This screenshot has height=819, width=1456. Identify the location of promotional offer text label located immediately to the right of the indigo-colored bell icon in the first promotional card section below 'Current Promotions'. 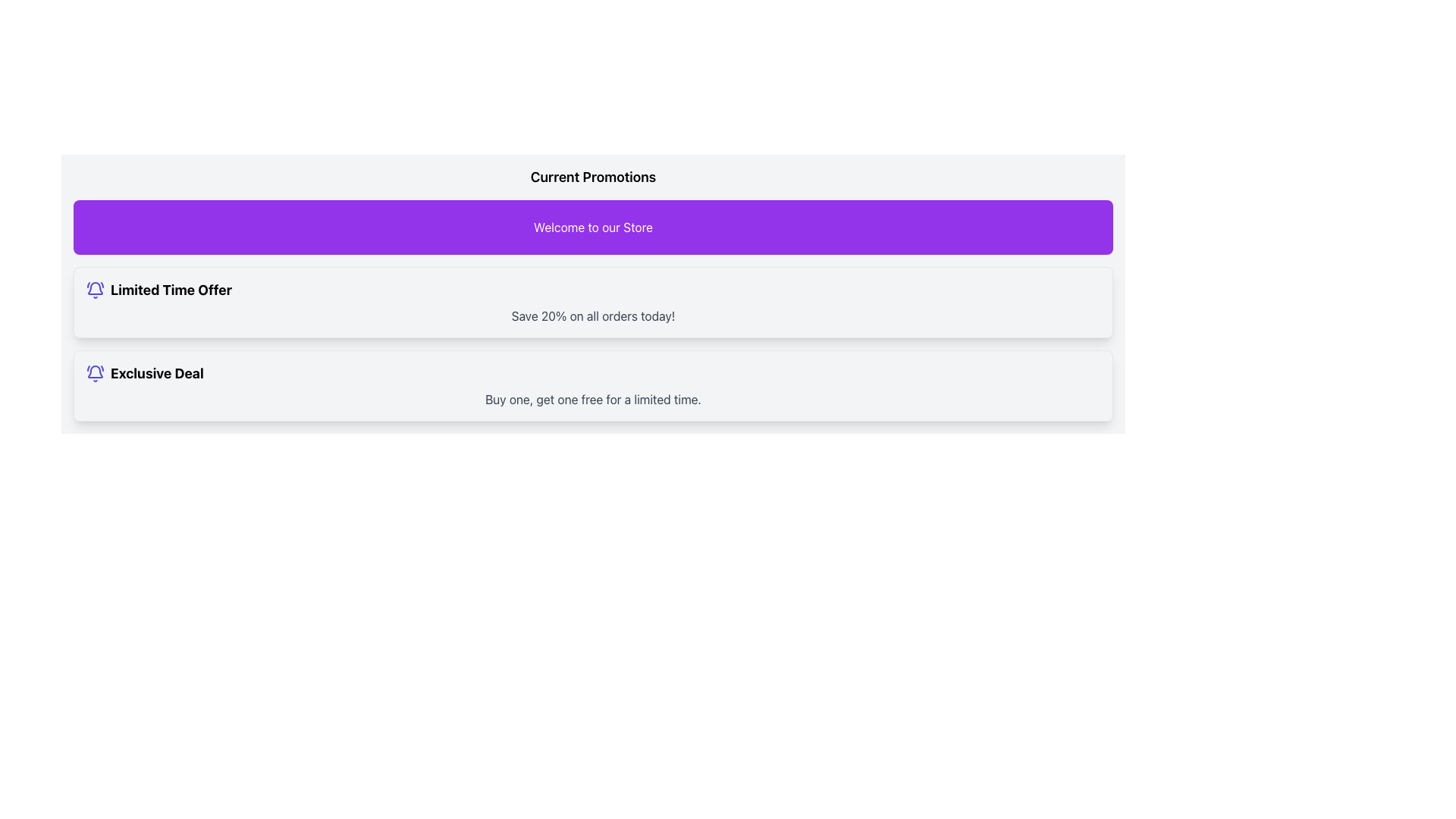
(171, 290).